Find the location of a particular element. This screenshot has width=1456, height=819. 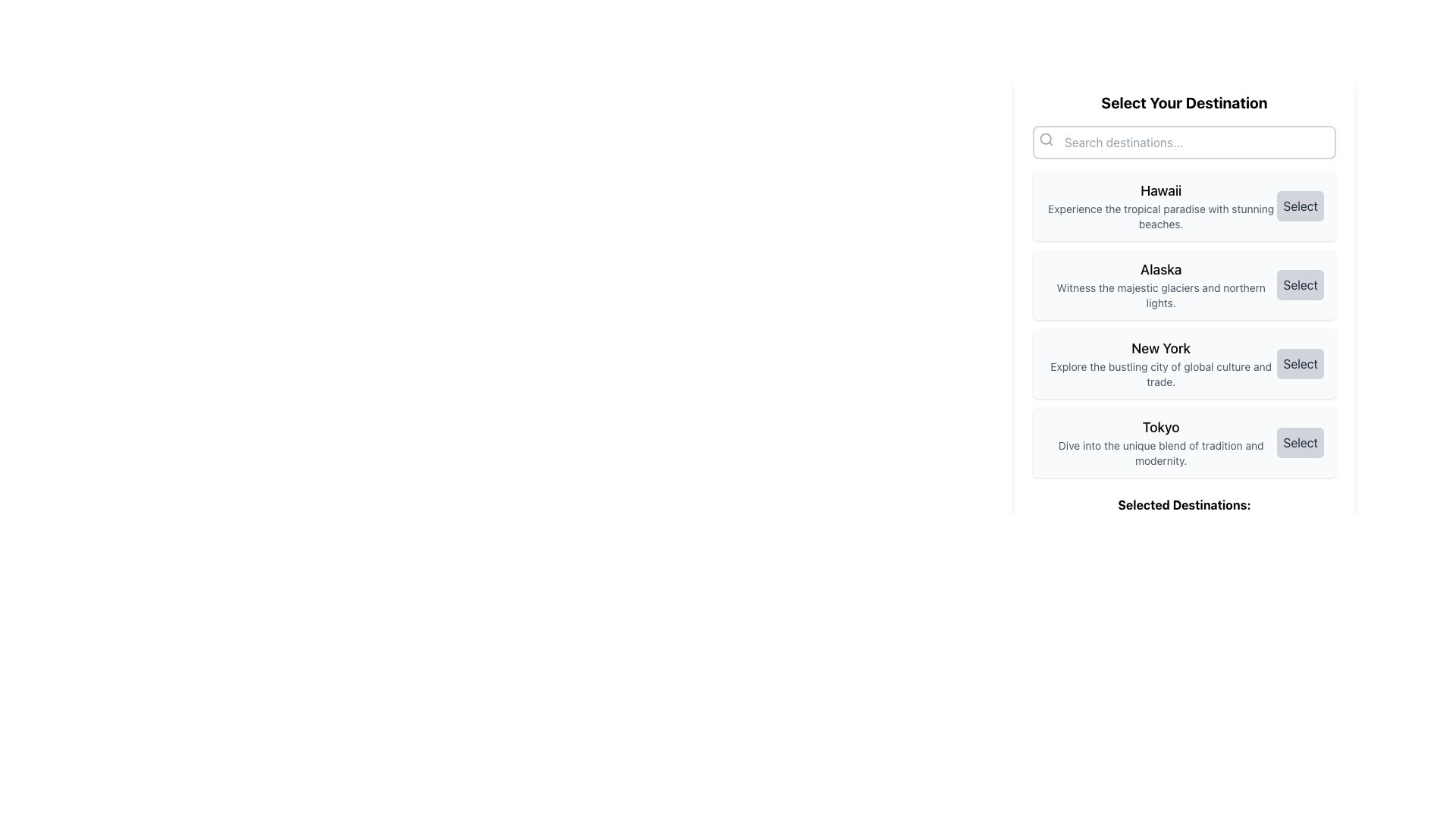

the button located at the far right of the 'Alaska' card is located at coordinates (1300, 284).